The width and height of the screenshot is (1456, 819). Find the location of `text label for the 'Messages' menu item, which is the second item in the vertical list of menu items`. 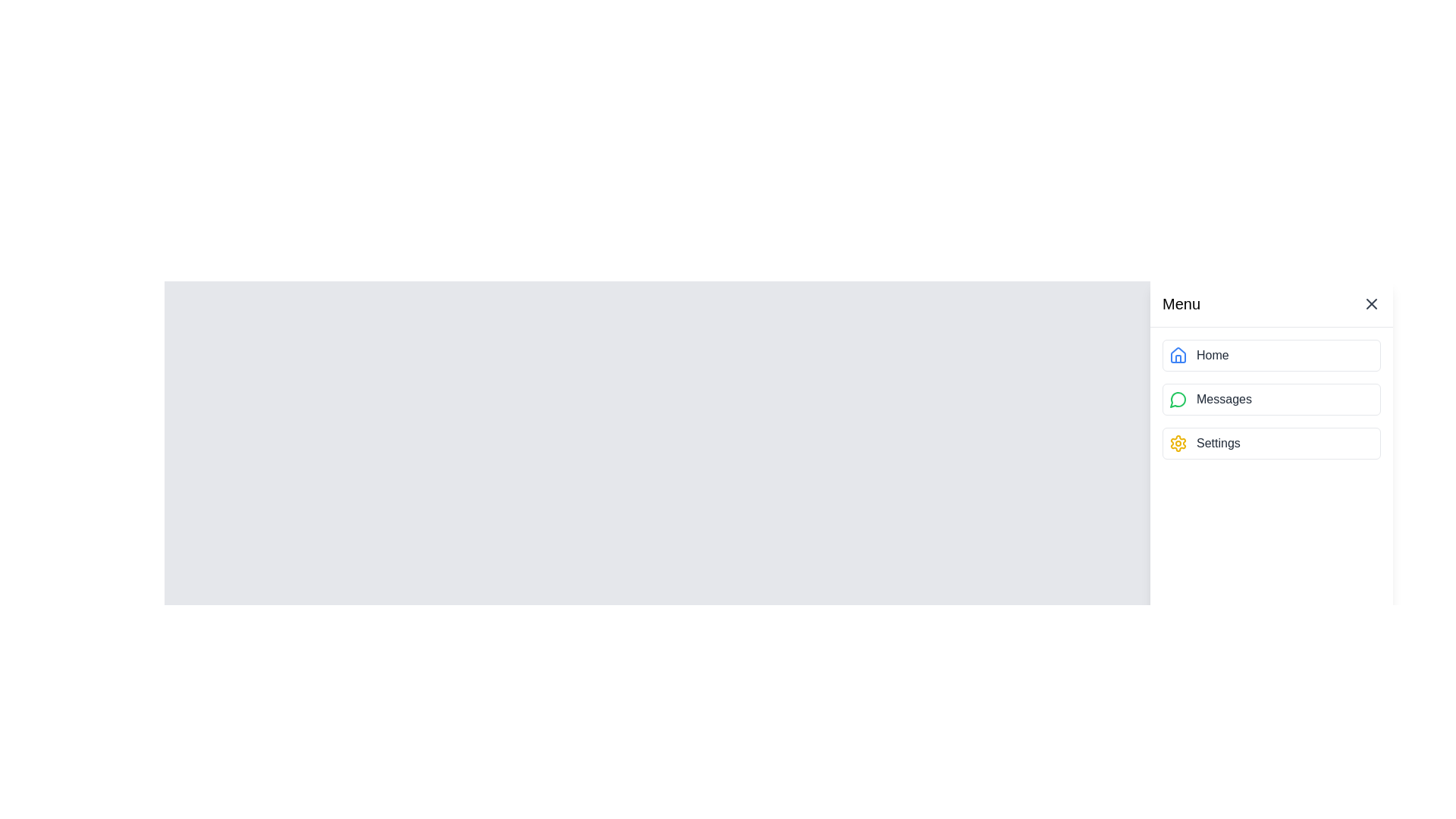

text label for the 'Messages' menu item, which is the second item in the vertical list of menu items is located at coordinates (1224, 399).